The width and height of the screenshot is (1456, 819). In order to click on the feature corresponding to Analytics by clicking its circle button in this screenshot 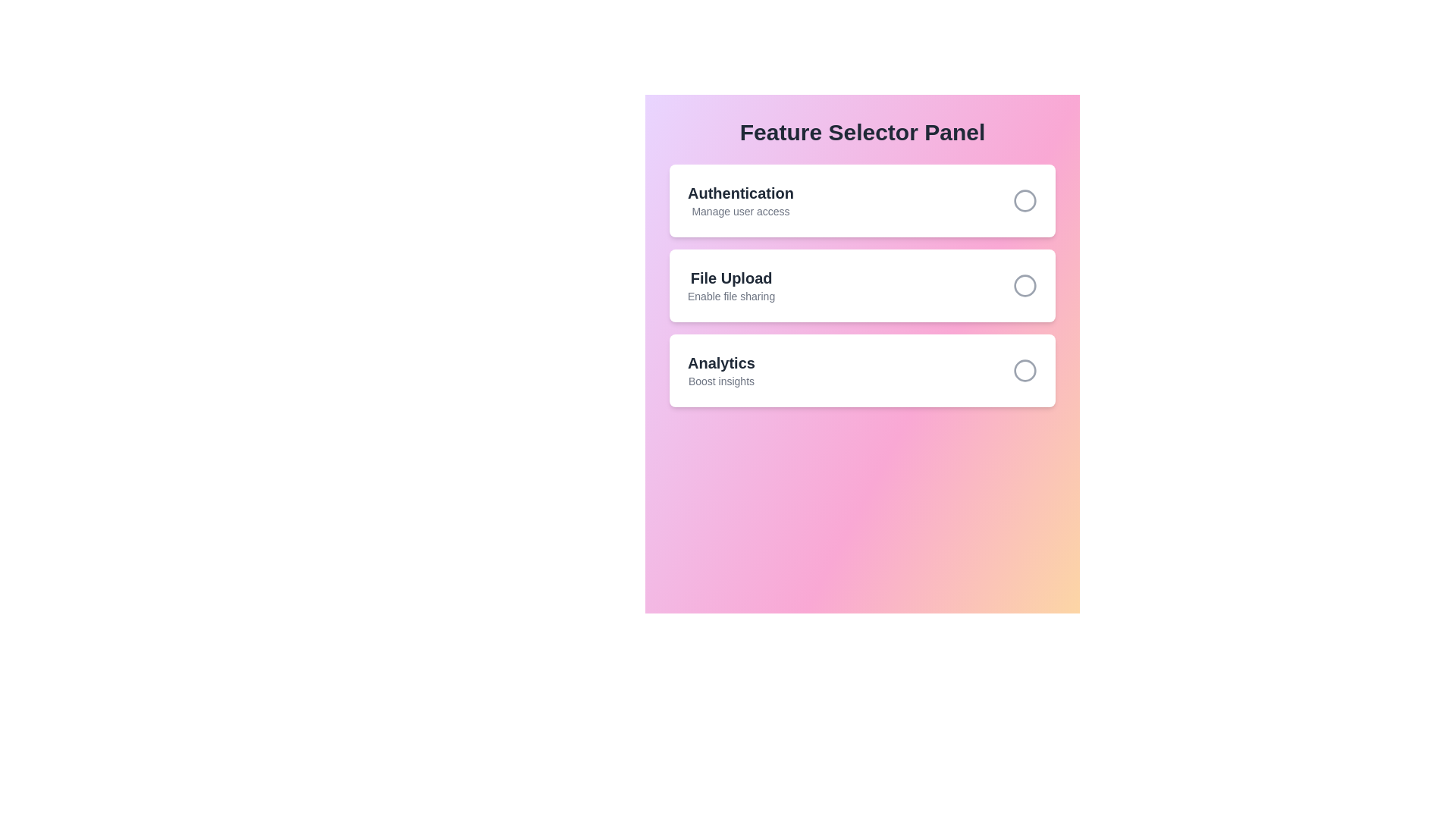, I will do `click(1025, 371)`.